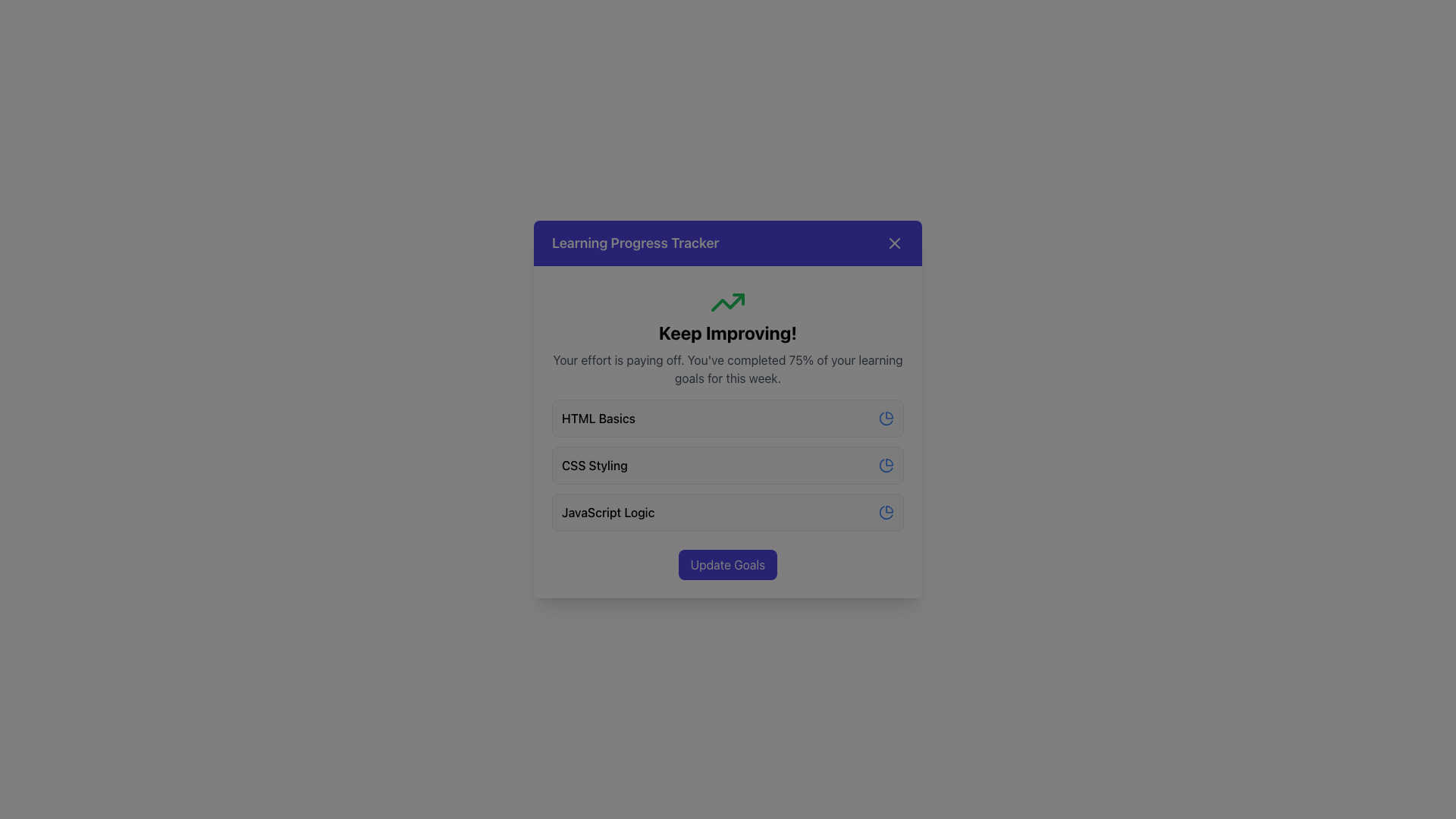  Describe the element at coordinates (728, 369) in the screenshot. I see `the text label displaying progress towards learning goals that reads 'Your effort is paying off. You've completed 75% of your learning goals for this week.'` at that location.